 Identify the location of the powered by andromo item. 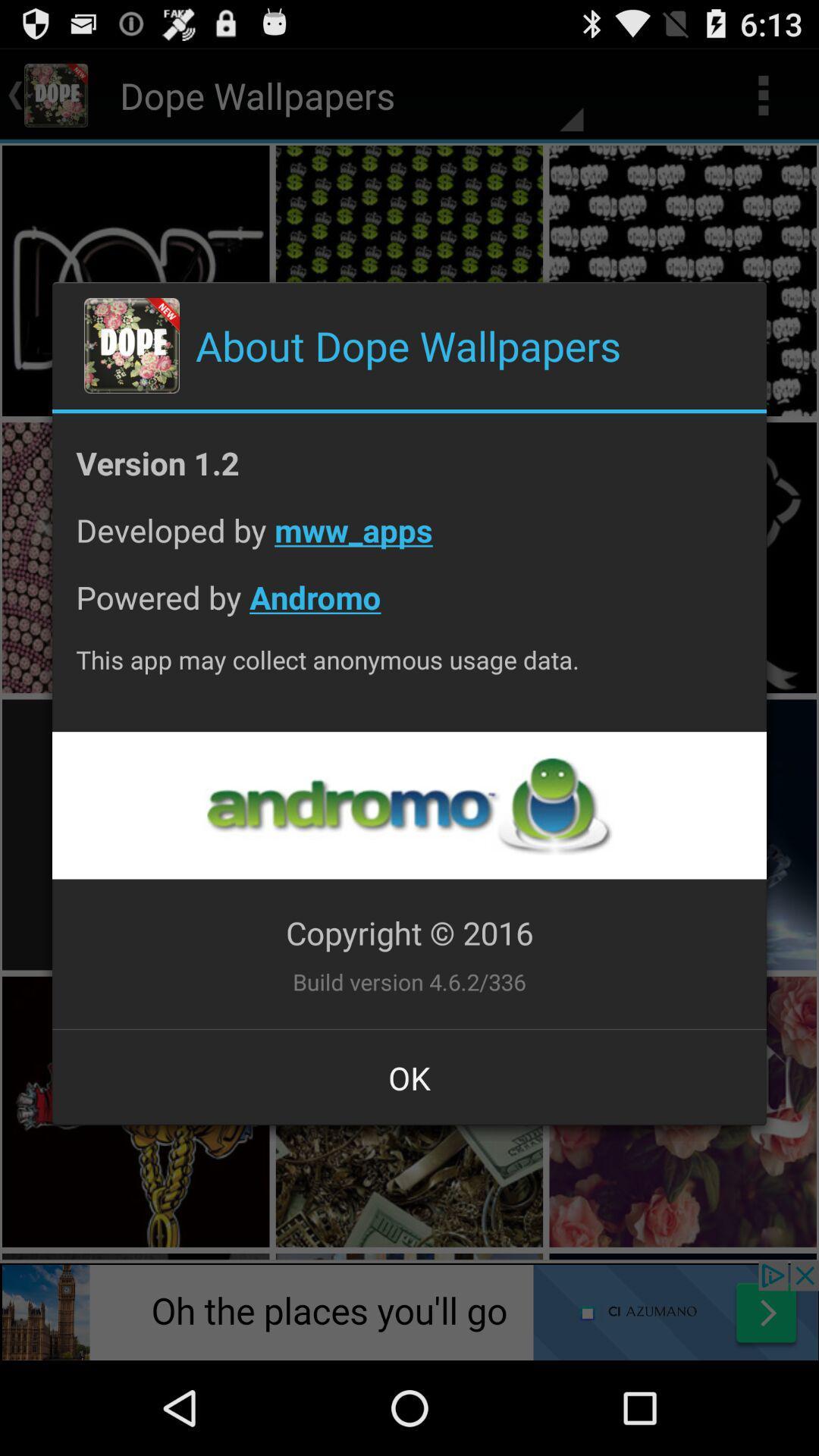
(409, 609).